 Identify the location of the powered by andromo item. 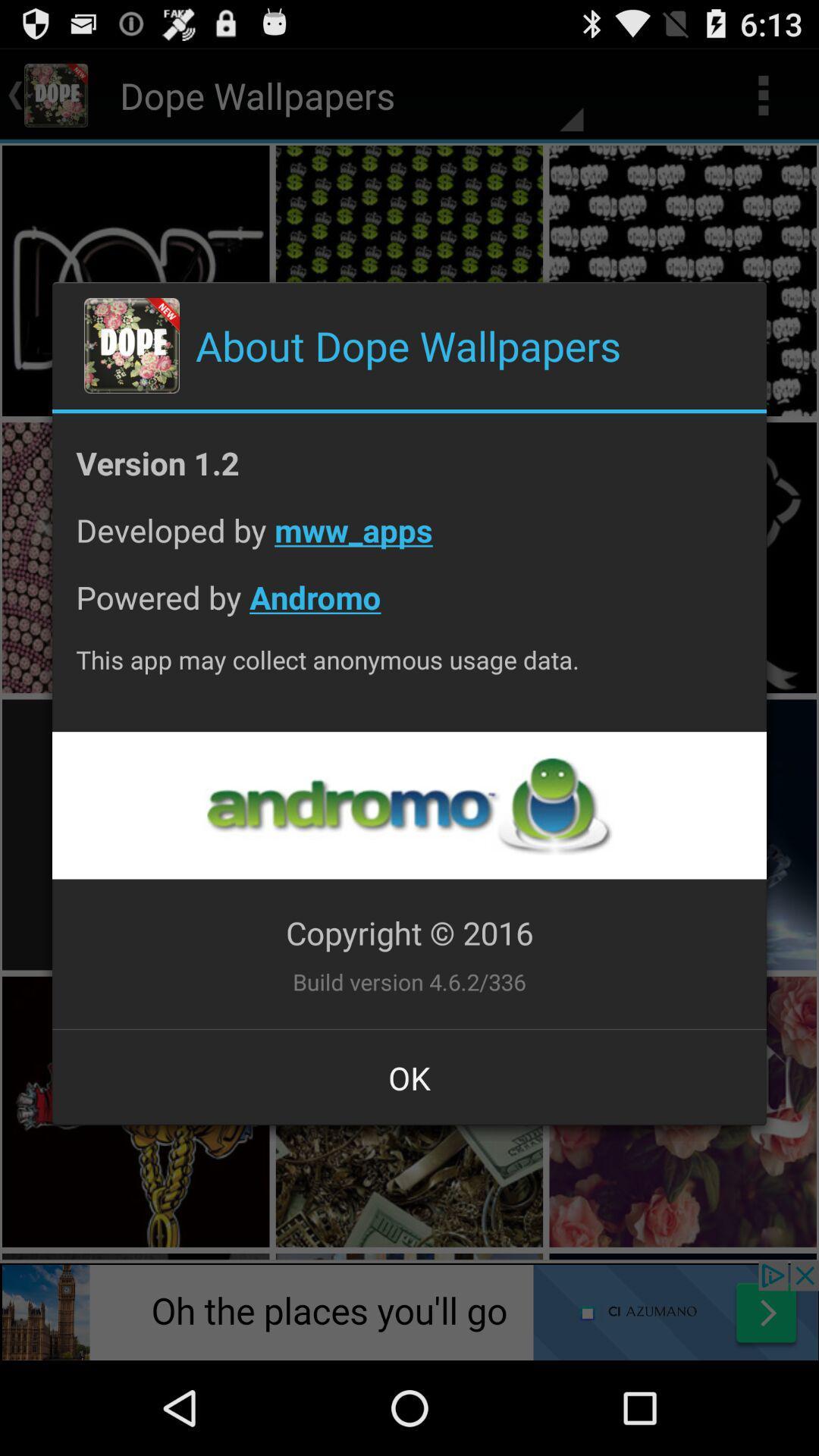
(409, 609).